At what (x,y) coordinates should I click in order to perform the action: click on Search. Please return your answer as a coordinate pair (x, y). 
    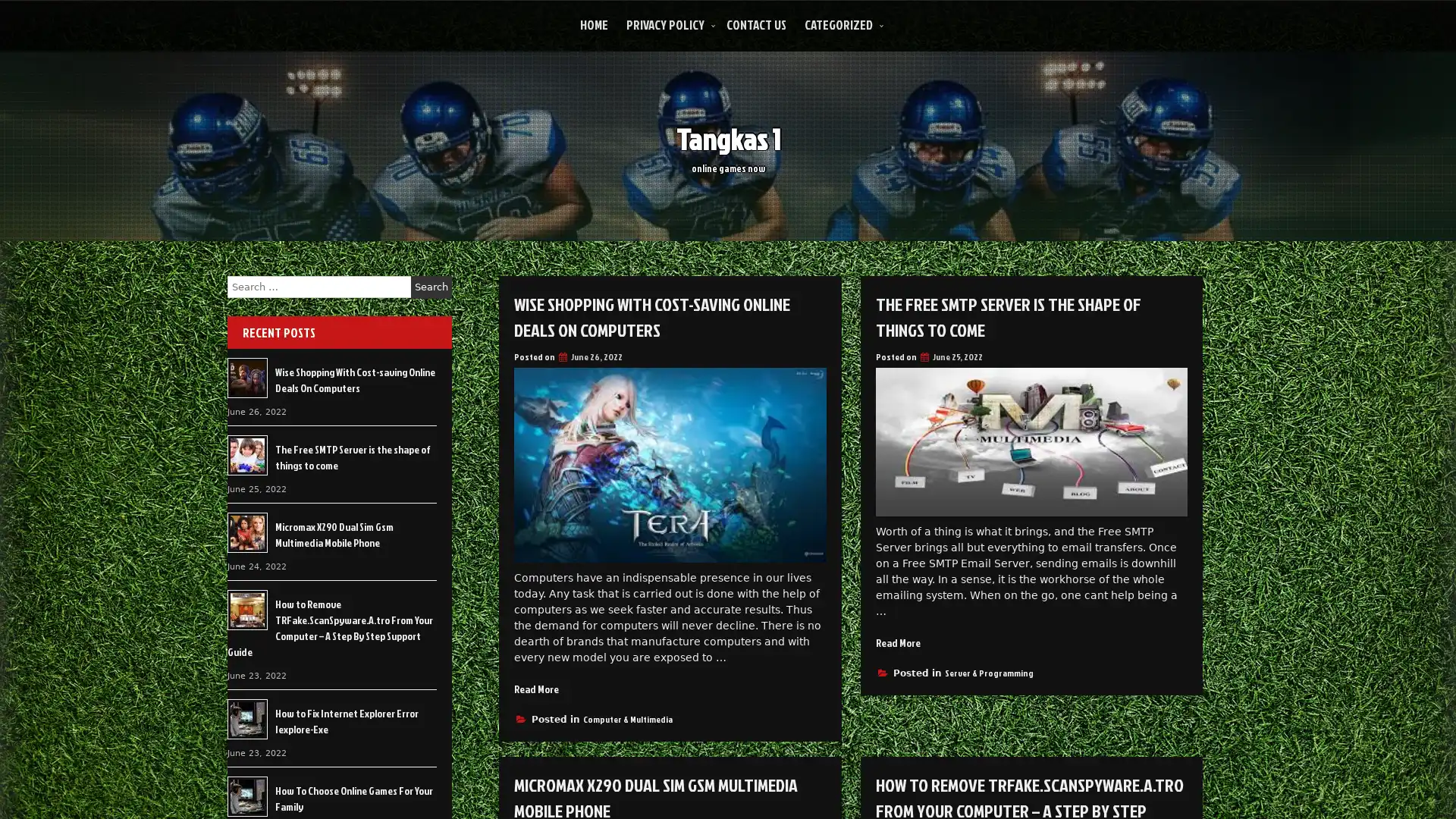
    Looking at the image, I should click on (431, 287).